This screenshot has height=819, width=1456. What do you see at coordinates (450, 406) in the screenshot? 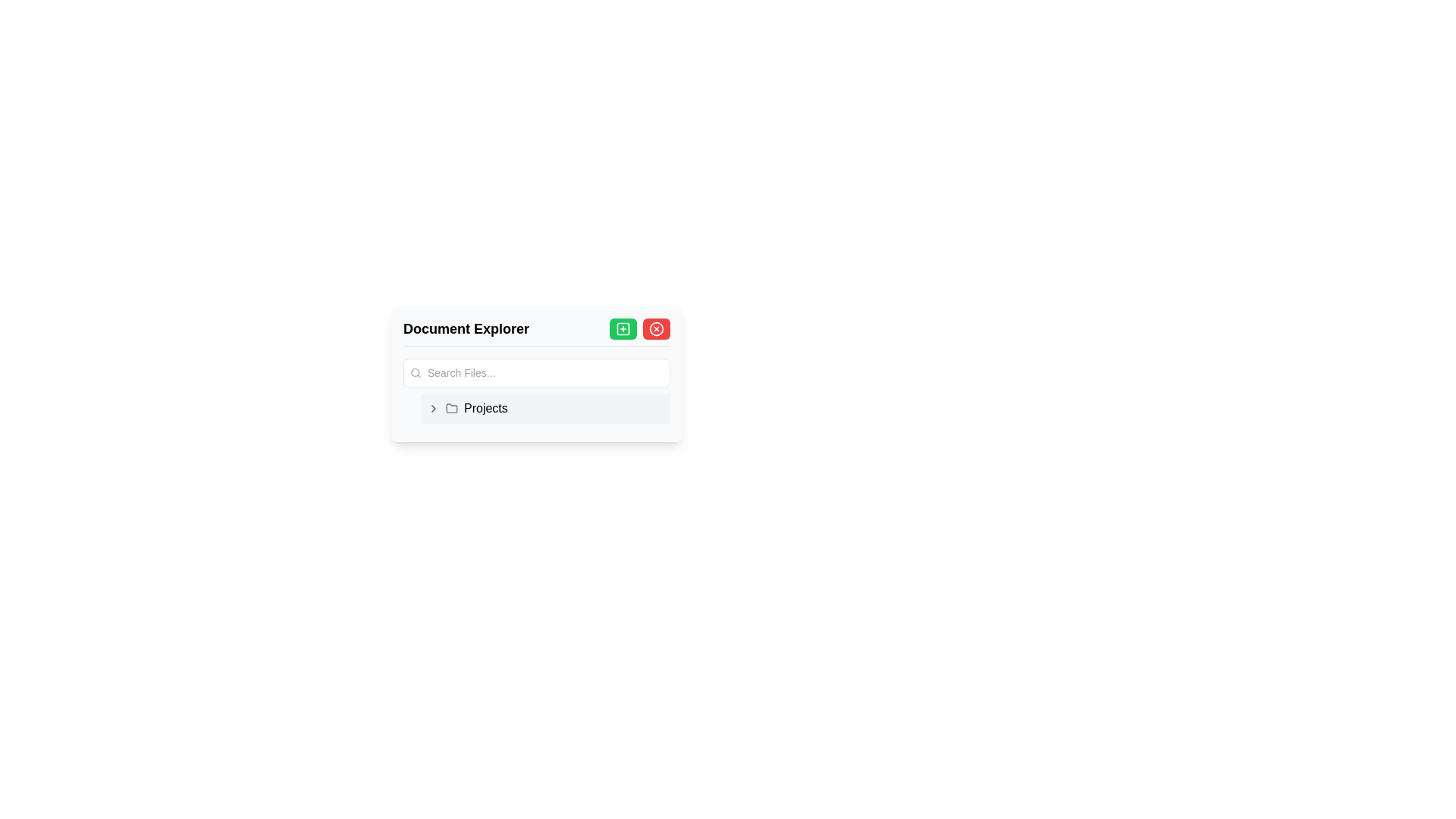
I see `the folder icon located next to the 'Projects' label in the file explorer interface` at bounding box center [450, 406].